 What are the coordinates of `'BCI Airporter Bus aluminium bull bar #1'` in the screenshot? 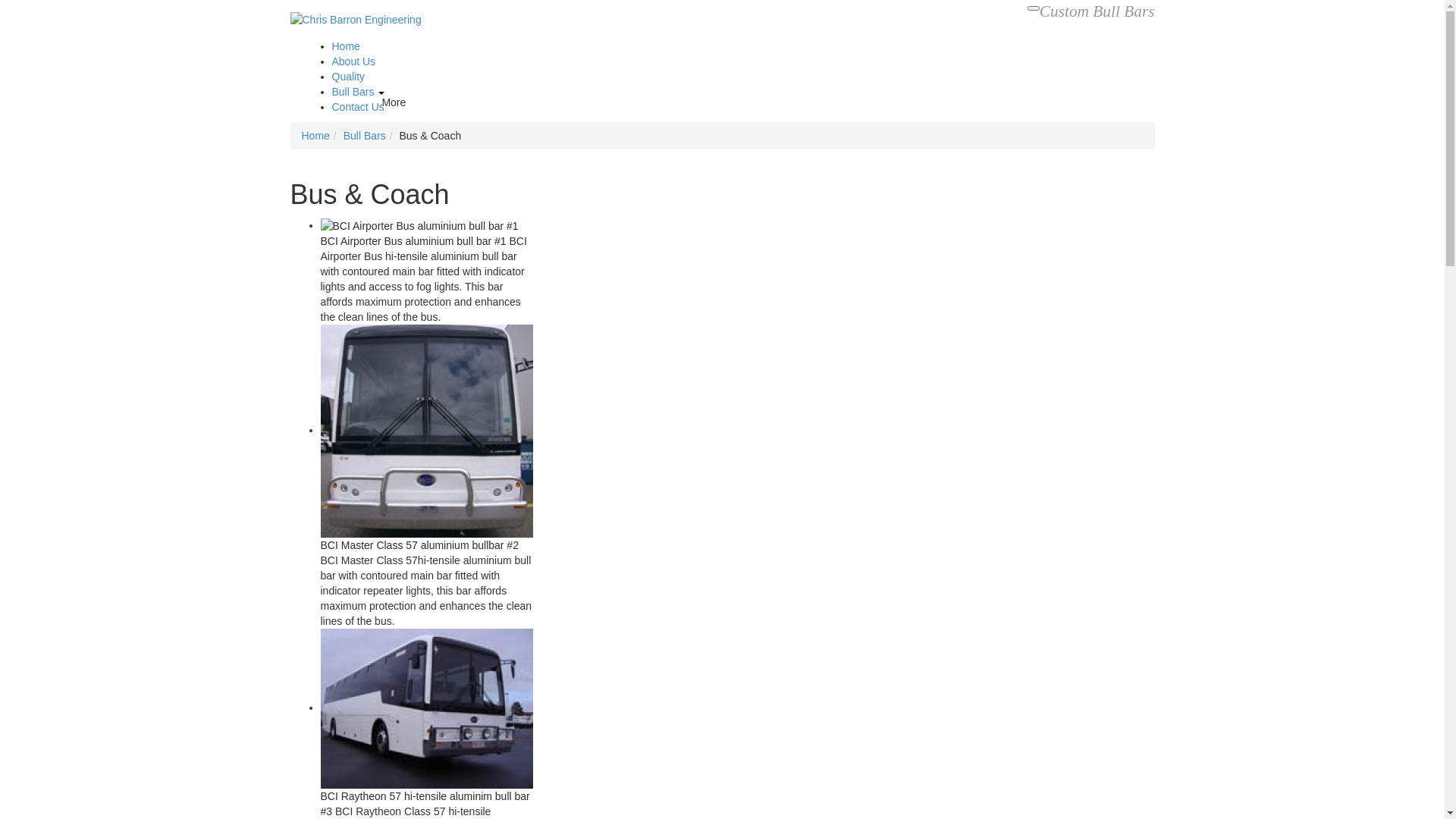 It's located at (413, 240).